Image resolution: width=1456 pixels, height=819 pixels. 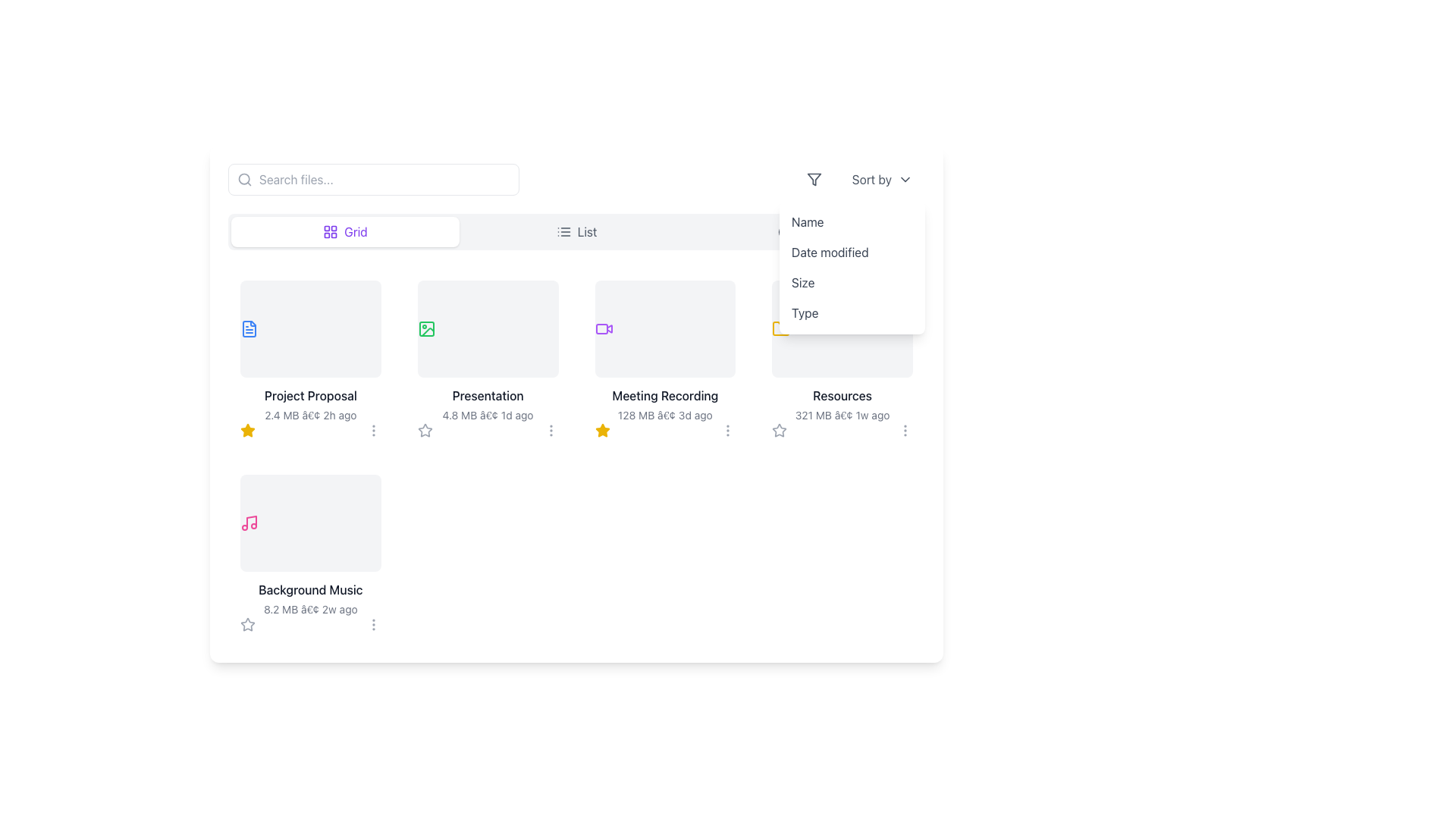 I want to click on keyboard navigation, so click(x=309, y=394).